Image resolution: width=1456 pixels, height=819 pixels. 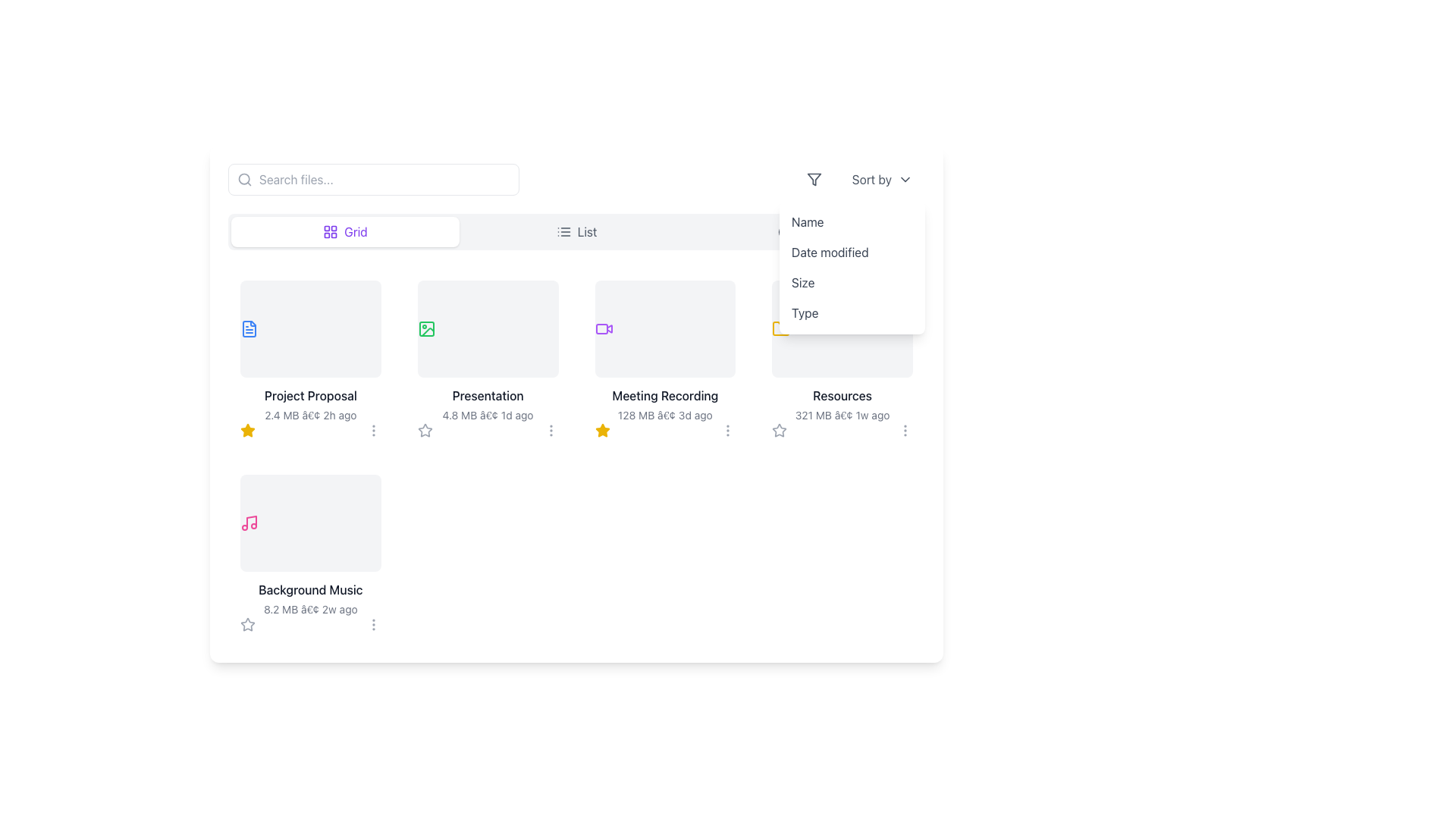 I want to click on keyboard navigation, so click(x=309, y=394).